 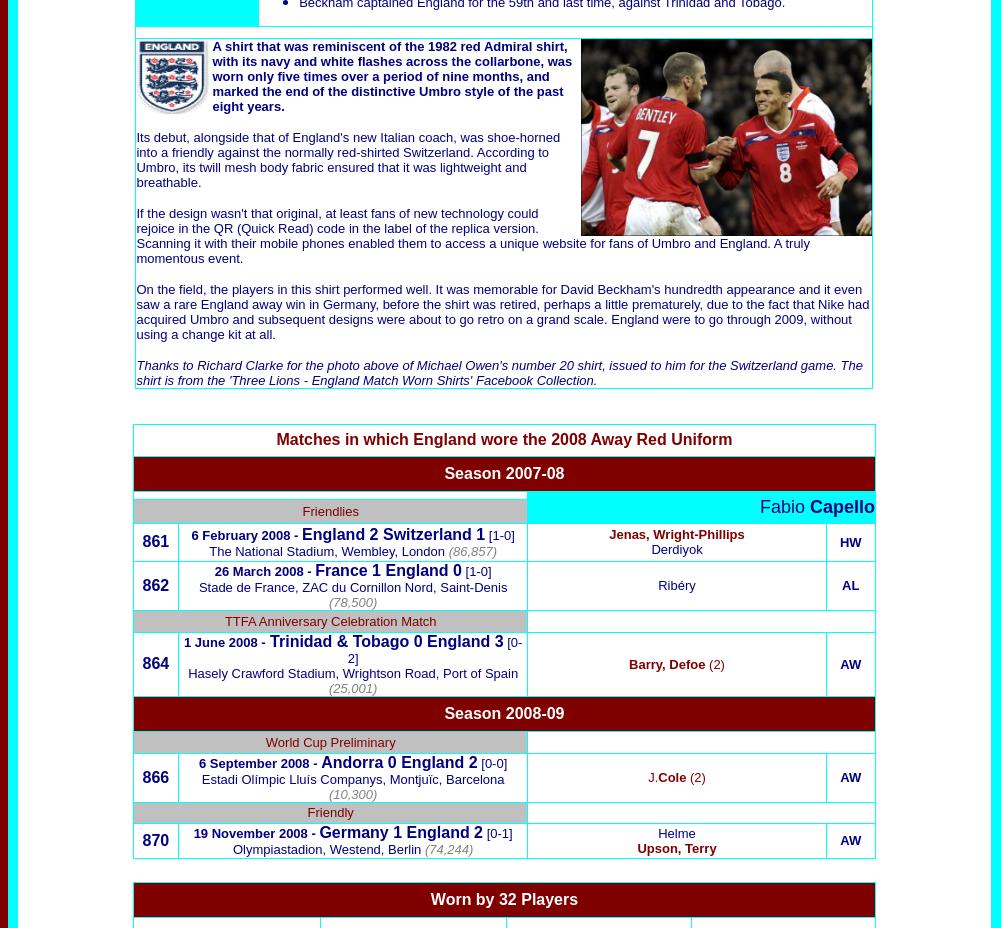 What do you see at coordinates (372, 777) in the screenshot?
I see `'s 
	Companys, Montjuïc'` at bounding box center [372, 777].